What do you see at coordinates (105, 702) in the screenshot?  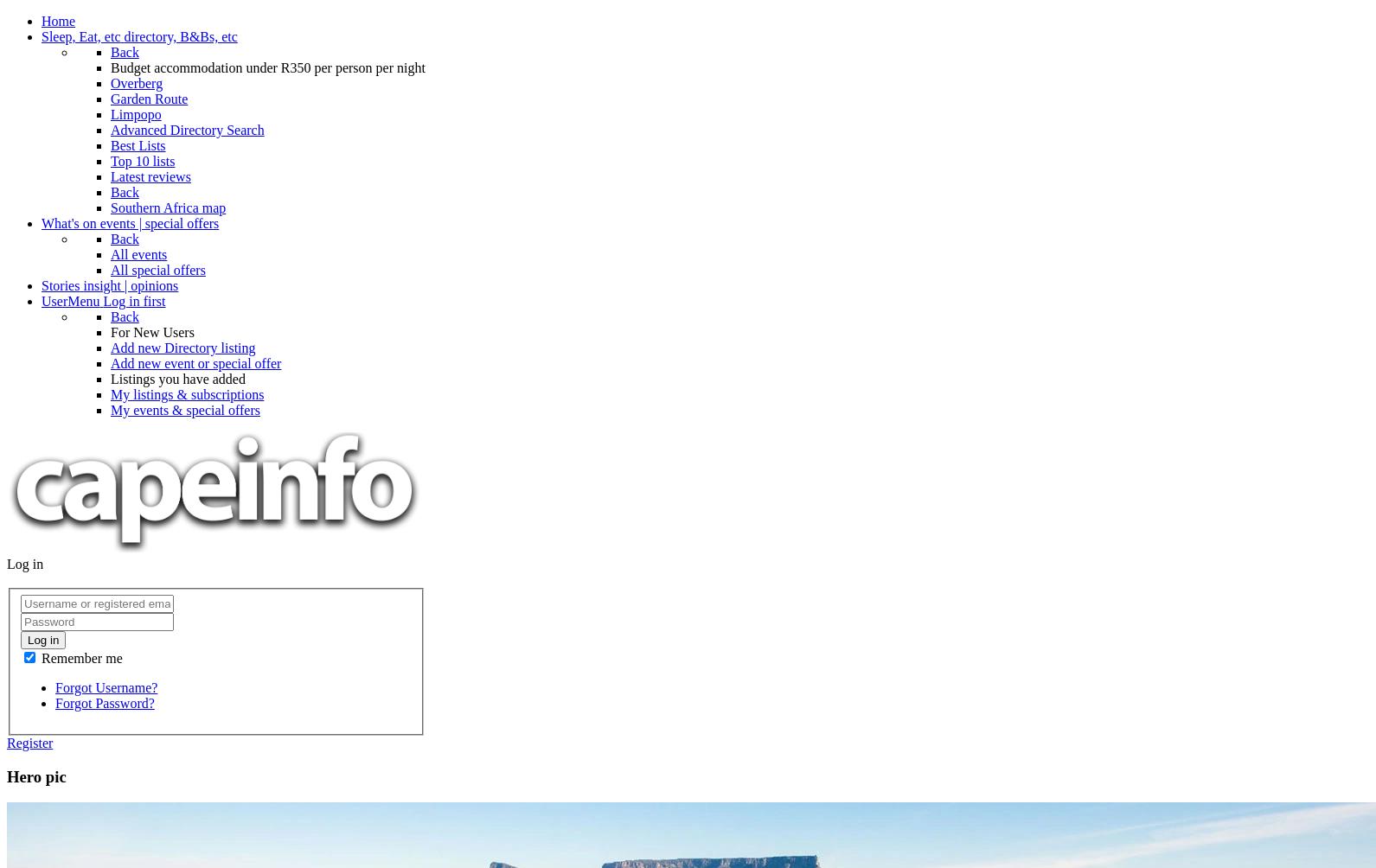 I see `'Forgot Password?'` at bounding box center [105, 702].